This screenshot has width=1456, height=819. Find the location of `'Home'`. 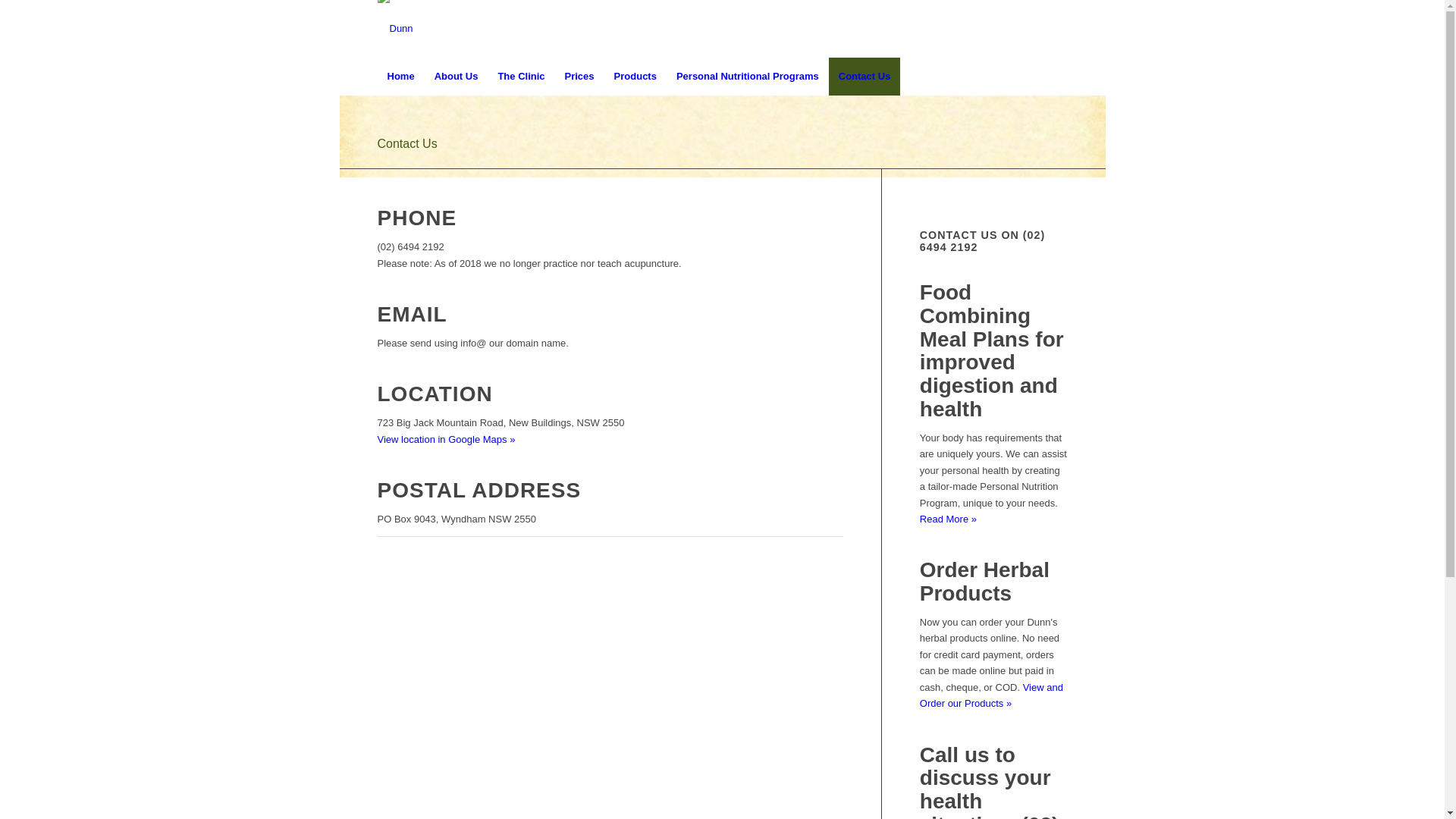

'Home' is located at coordinates (400, 76).